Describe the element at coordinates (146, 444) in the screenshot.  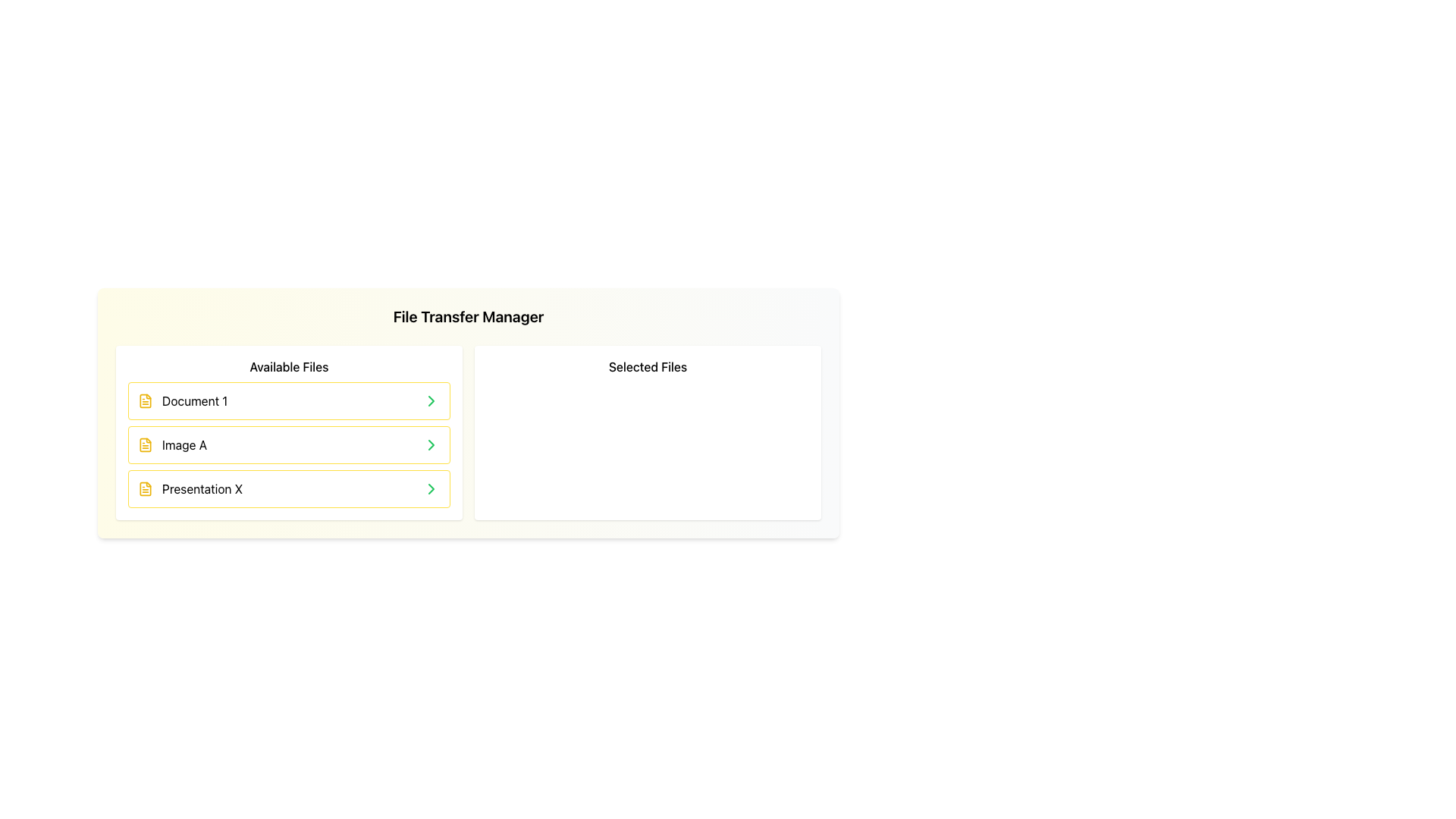
I see `the graphical component of the document icon located in the second row of the 'Available Files' listing` at that location.